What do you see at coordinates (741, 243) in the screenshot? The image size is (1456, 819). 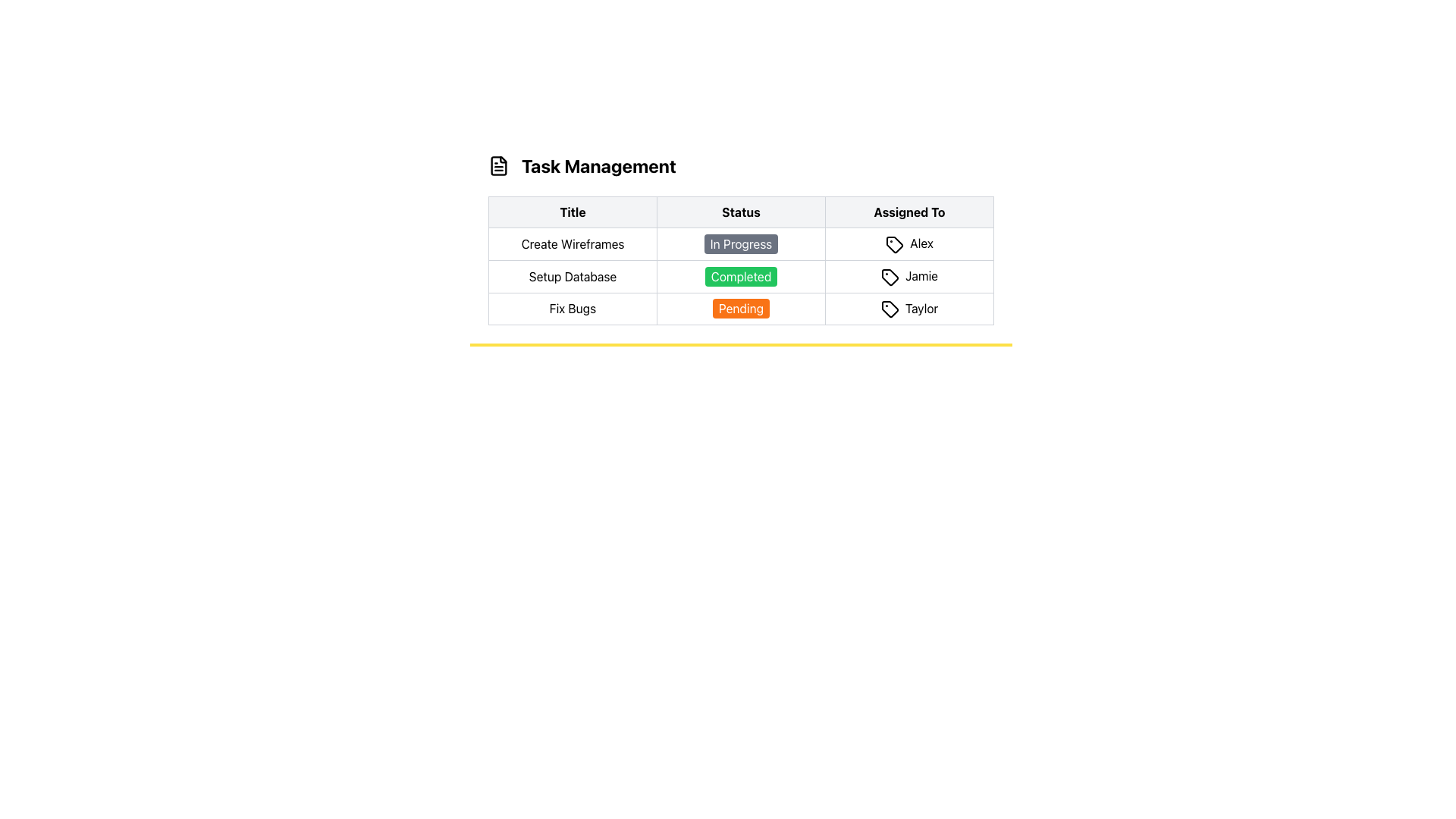 I see `the status label indicating that the task 'Create Wireframes' is currently in progress` at bounding box center [741, 243].